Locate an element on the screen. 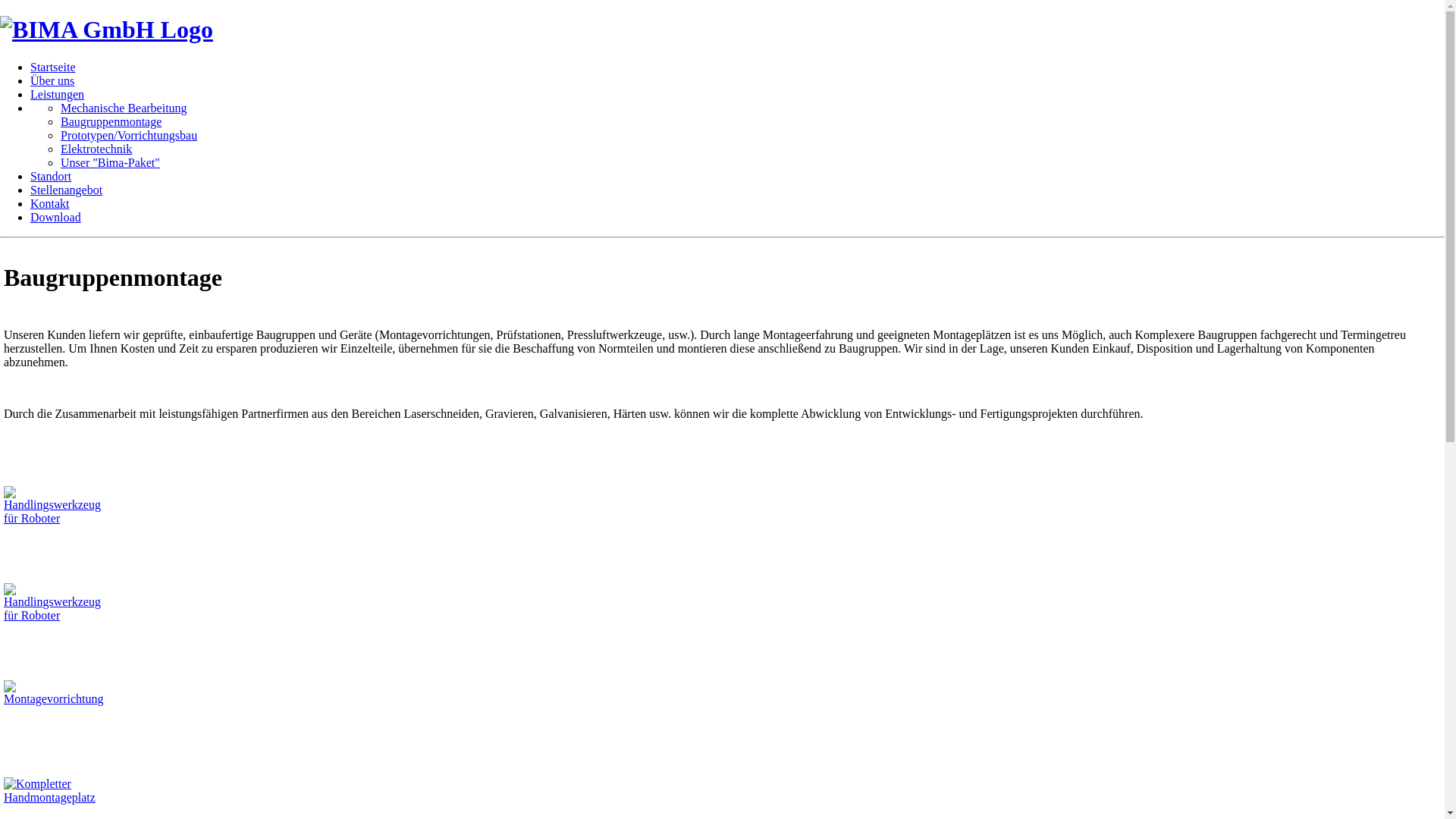 The width and height of the screenshot is (1456, 819). 'Stellenangebot' is located at coordinates (65, 189).